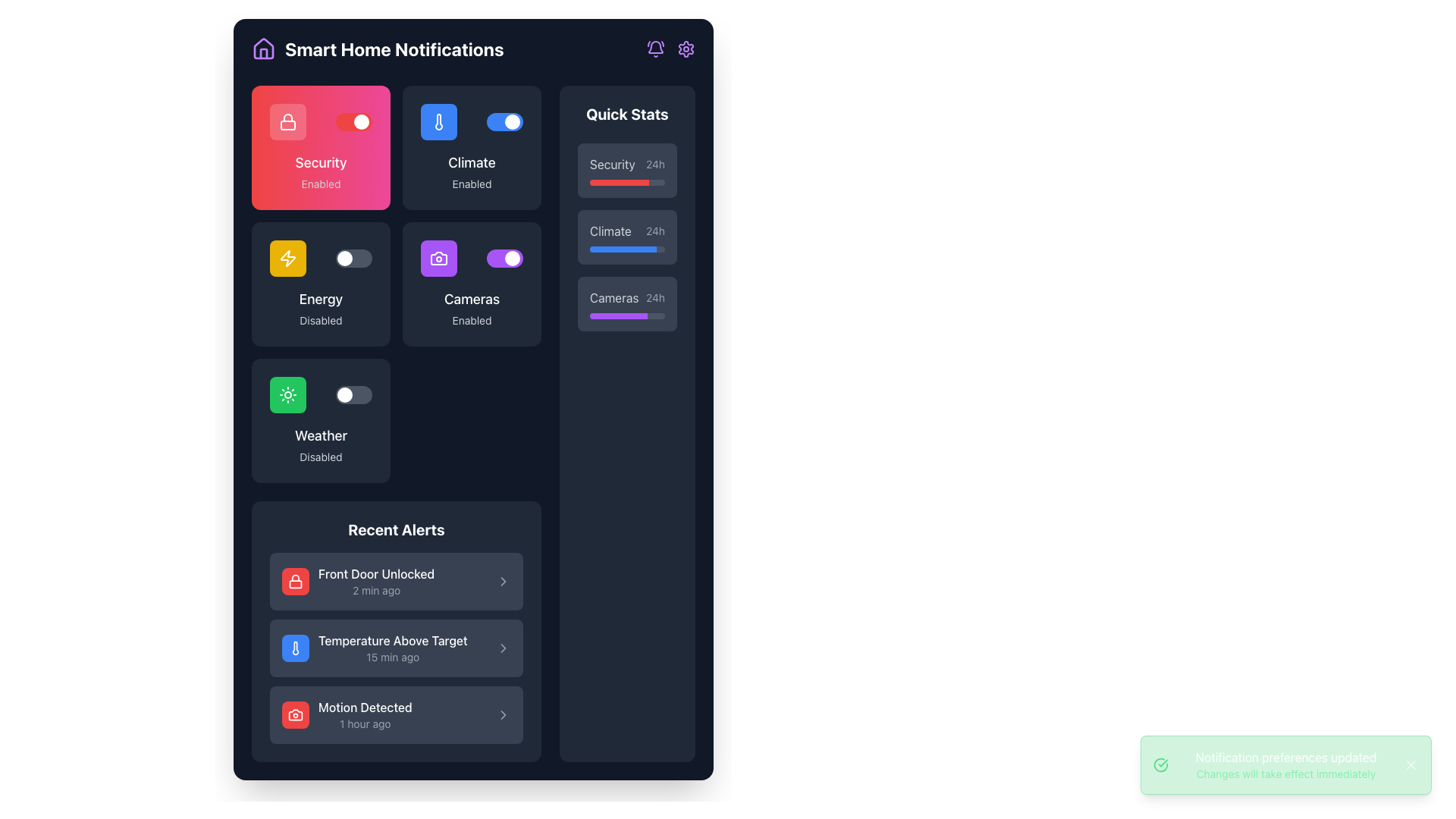  I want to click on the thermometer-shaped icon in the 'Recent Alerts' card, which represents the 'Temperature Above Target' alert in the second row, so click(295, 648).